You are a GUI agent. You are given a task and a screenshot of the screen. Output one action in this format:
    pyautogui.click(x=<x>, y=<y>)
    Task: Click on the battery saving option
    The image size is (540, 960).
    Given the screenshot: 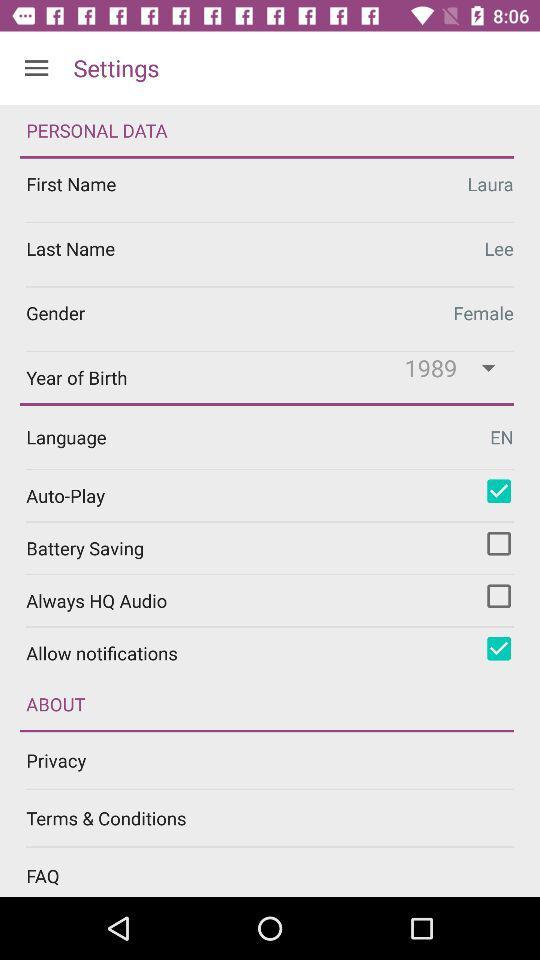 What is the action you would take?
    pyautogui.click(x=498, y=543)
    